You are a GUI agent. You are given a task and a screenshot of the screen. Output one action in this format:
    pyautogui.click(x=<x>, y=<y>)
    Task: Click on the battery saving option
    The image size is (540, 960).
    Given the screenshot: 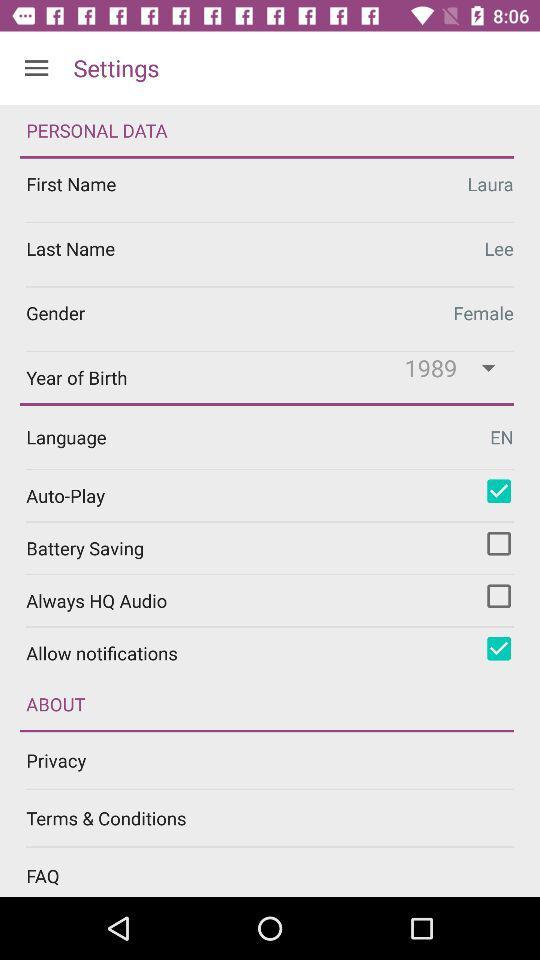 What is the action you would take?
    pyautogui.click(x=498, y=543)
    